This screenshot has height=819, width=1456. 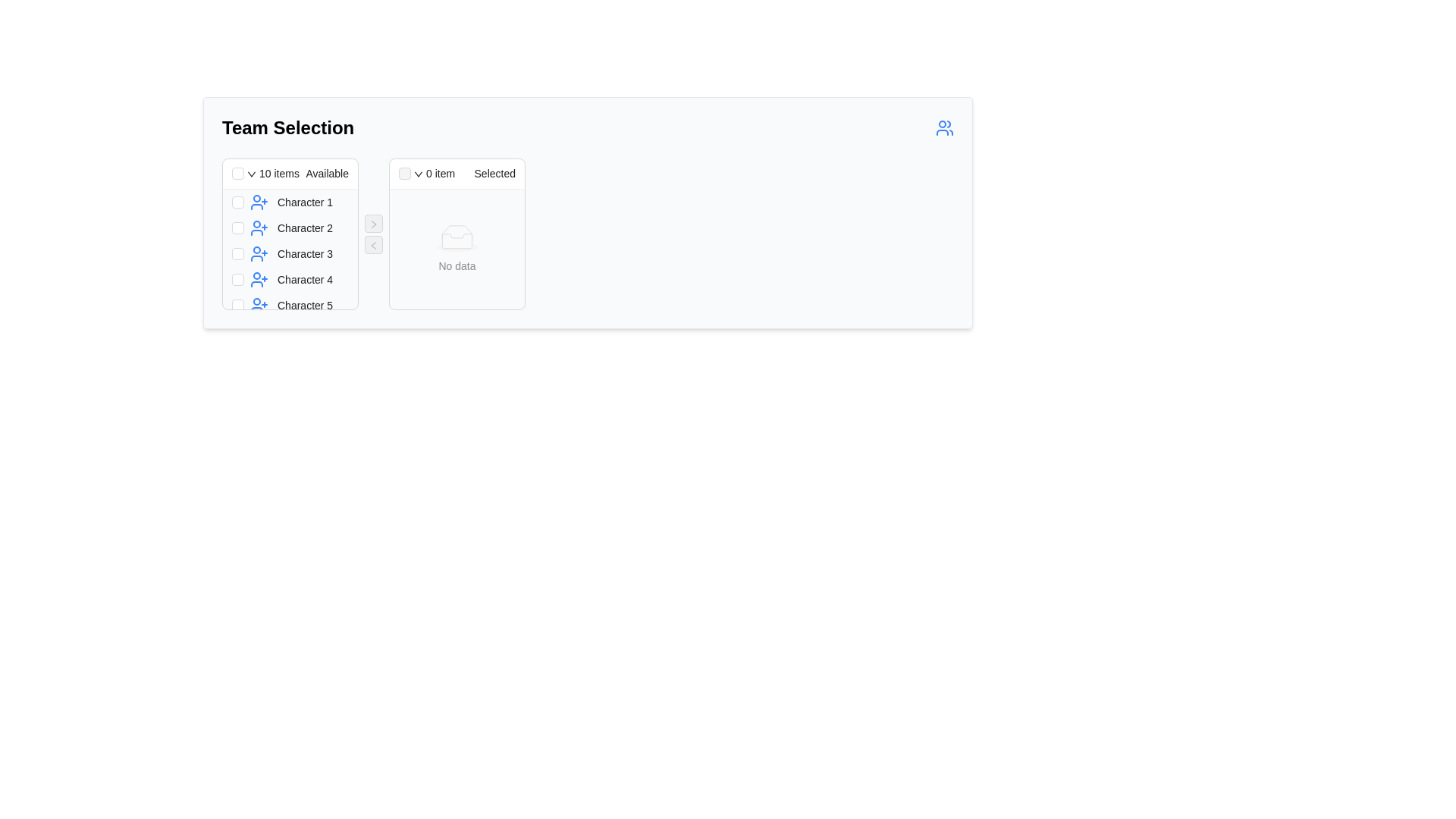 I want to click on the right-pointing arrow icon located in the center column of the layout, so click(x=374, y=224).